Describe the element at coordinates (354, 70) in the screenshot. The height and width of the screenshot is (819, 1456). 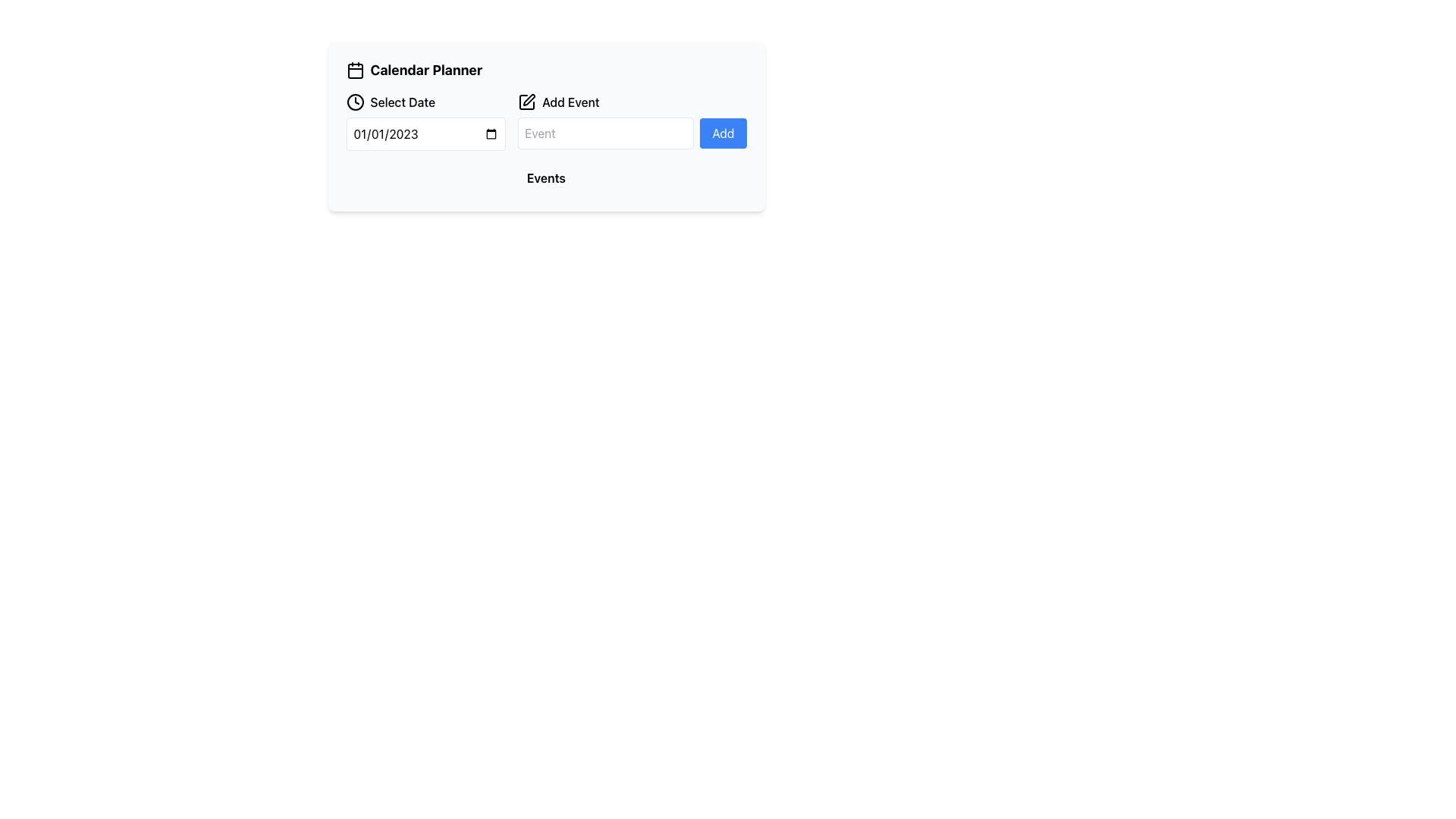
I see `the SVG calendar icon located to the left of the 'Calendar Planner' title at the top left of the component` at that location.